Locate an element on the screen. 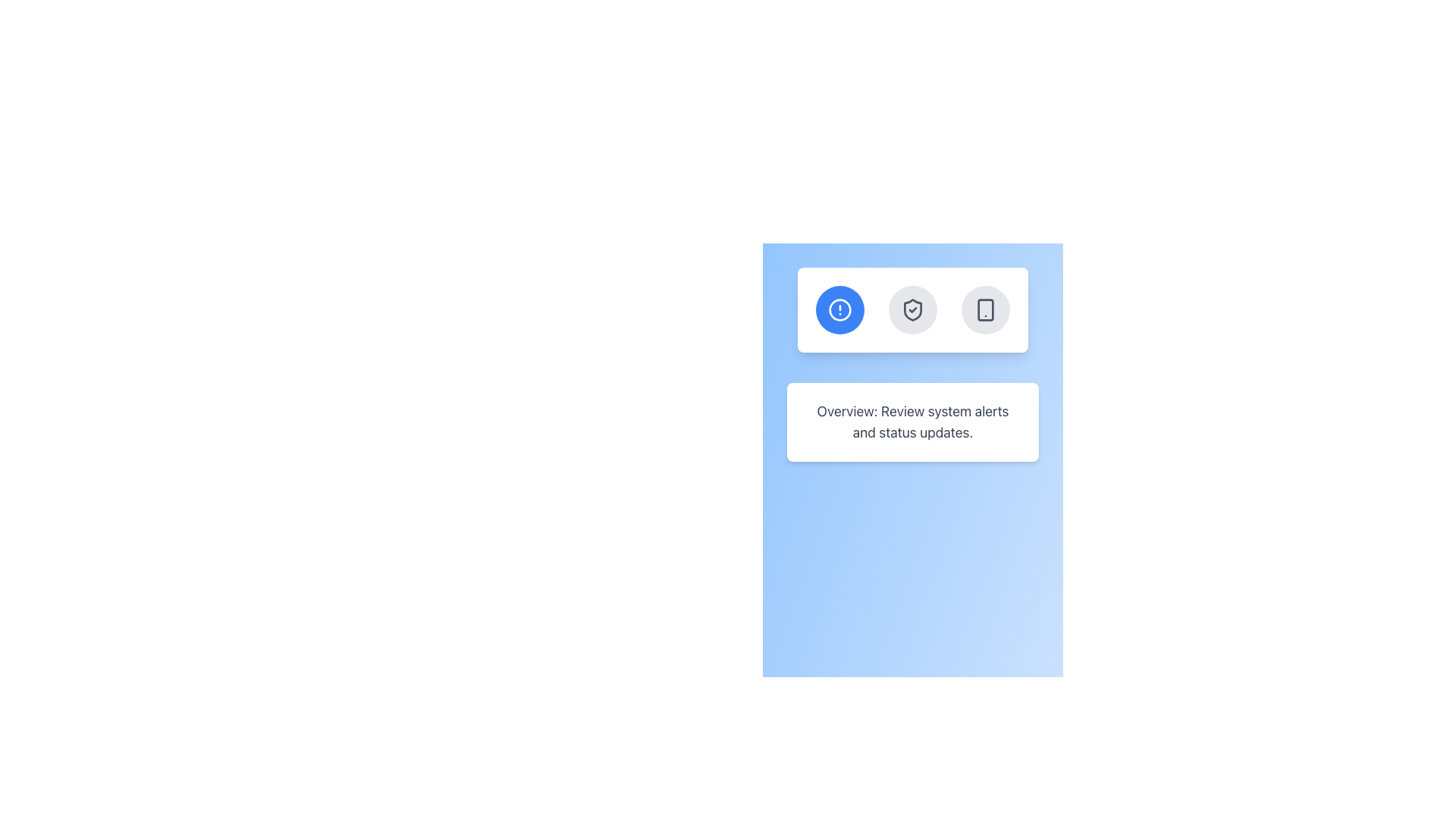  the circular warning icon with a blue background and white exclamation mark, positioned as the first icon in a group of three is located at coordinates (839, 309).